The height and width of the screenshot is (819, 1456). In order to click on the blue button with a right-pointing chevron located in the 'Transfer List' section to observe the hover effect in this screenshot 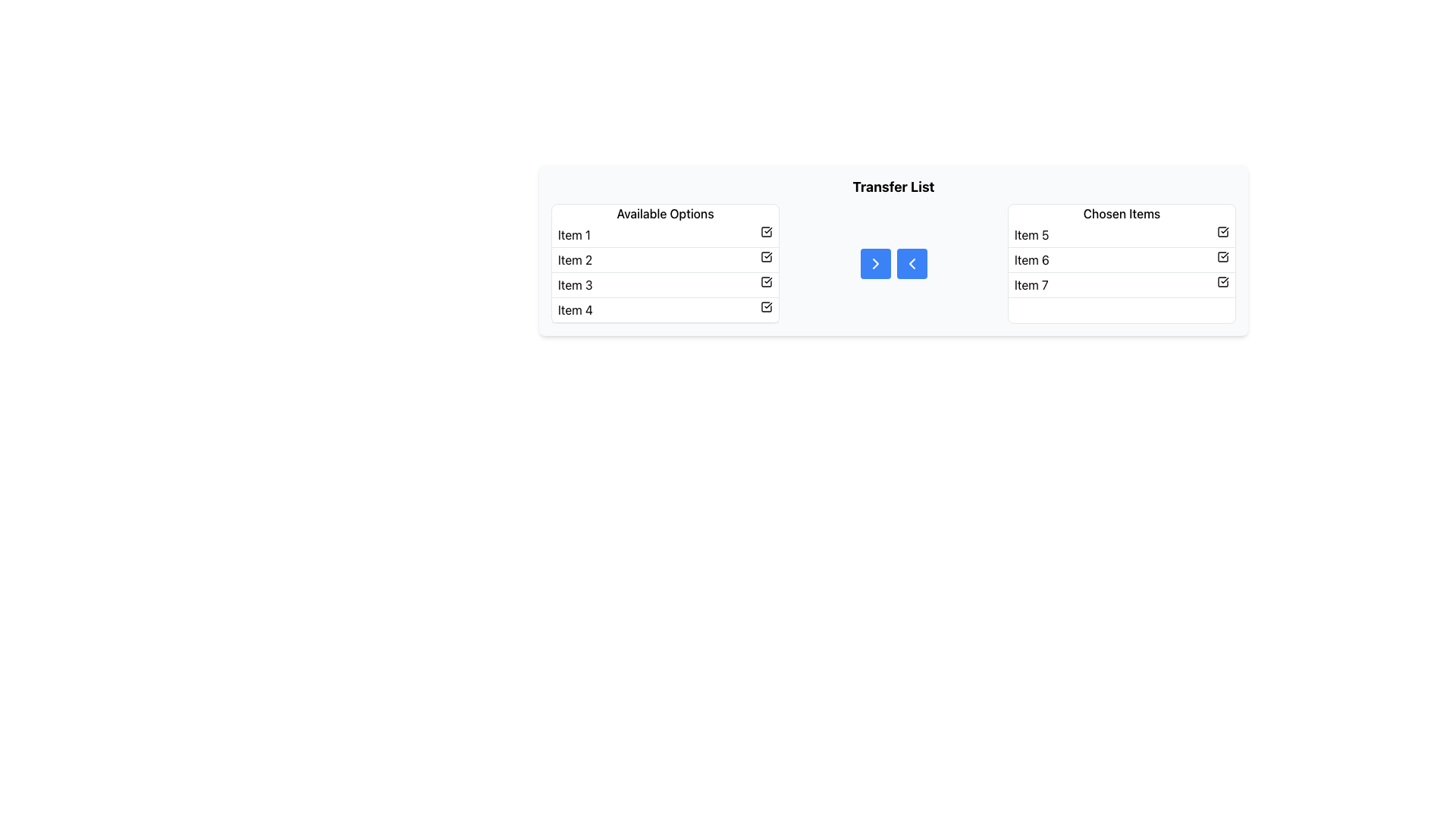, I will do `click(875, 262)`.